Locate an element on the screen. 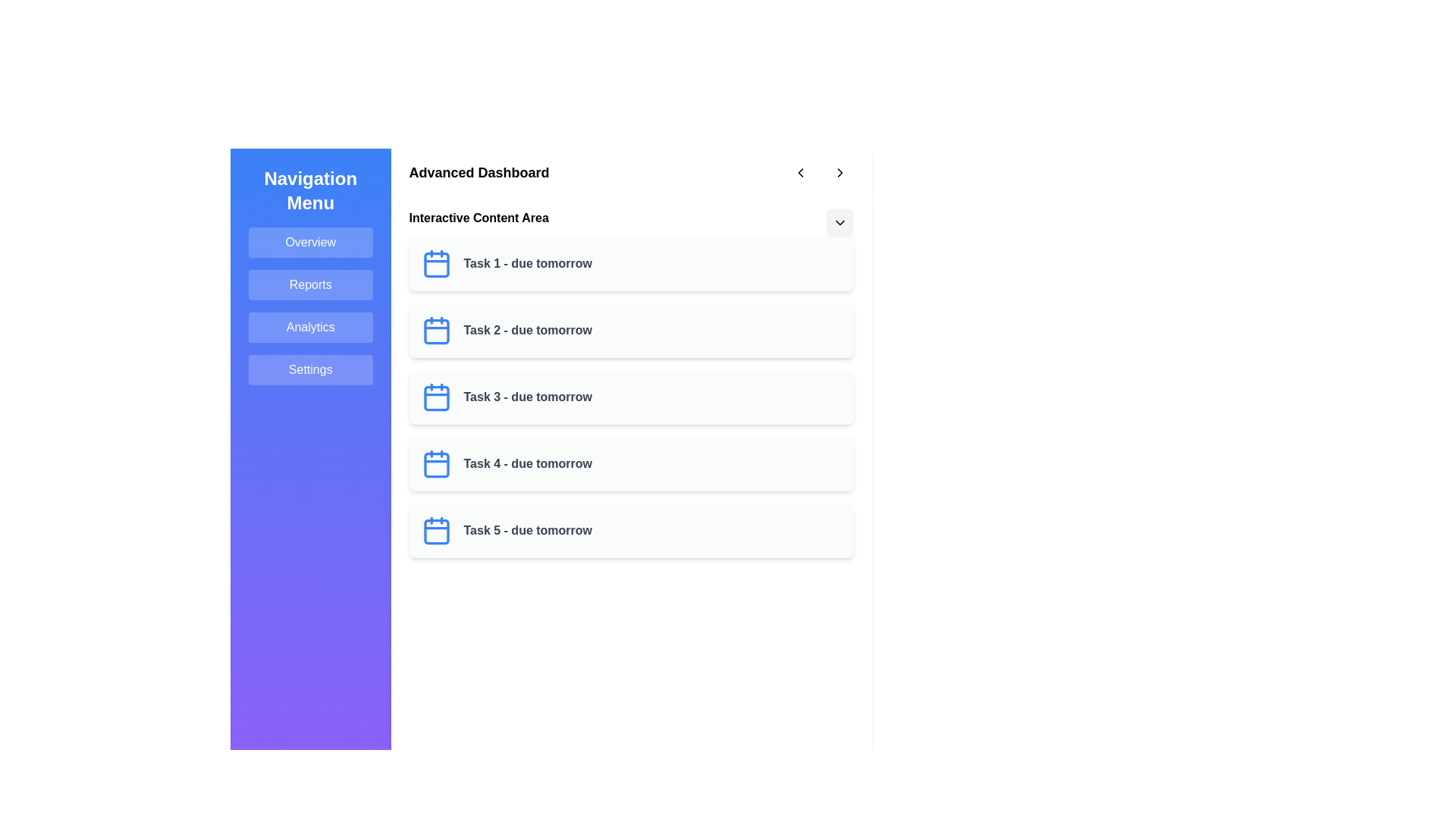 Image resolution: width=1456 pixels, height=819 pixels. the vertical navigation menu option to switch sections in the application, located in the left sidebar labeled 'Navigation Menu' is located at coordinates (309, 306).